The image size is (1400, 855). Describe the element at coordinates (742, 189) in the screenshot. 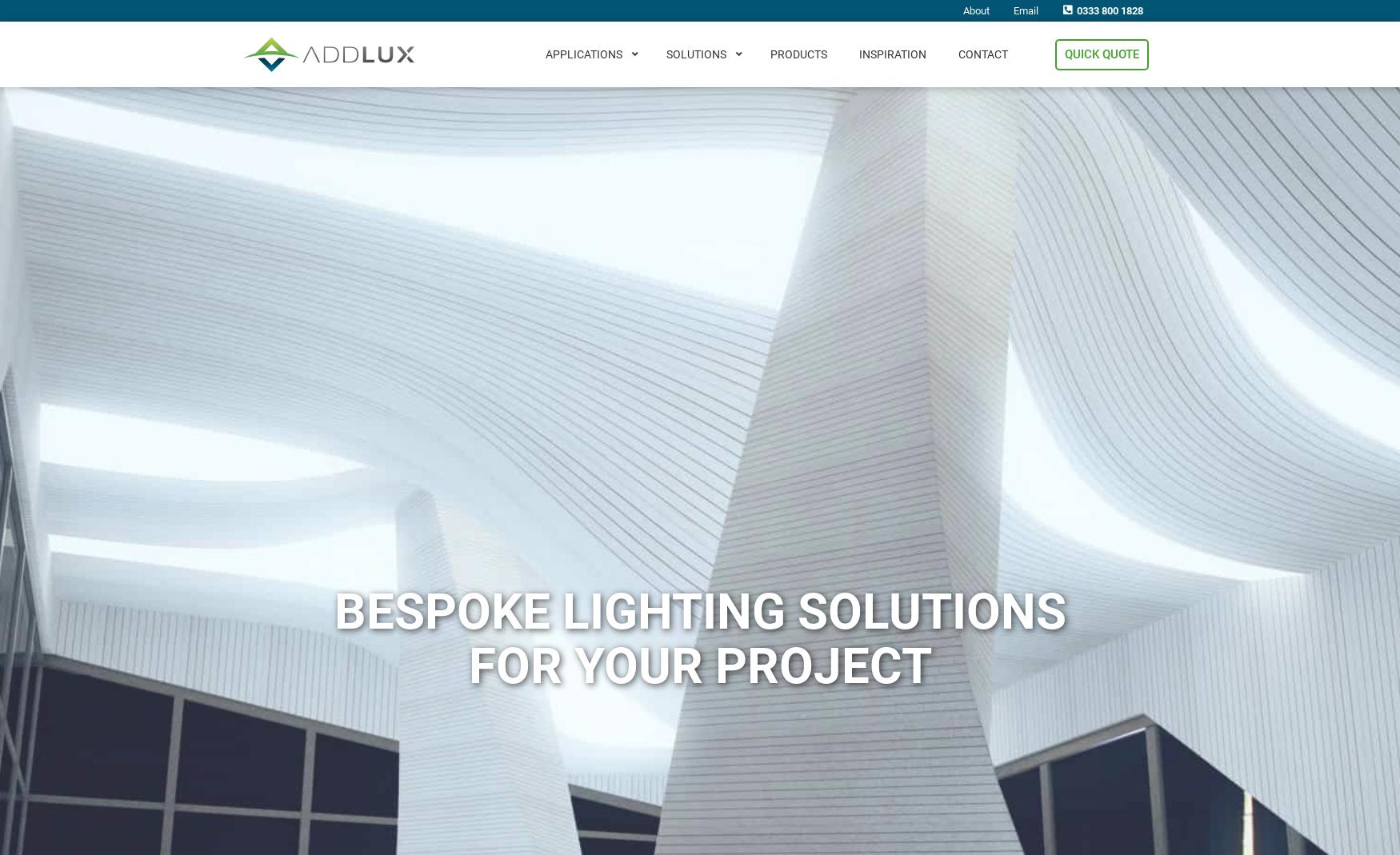

I see `'Sign Lighting'` at that location.